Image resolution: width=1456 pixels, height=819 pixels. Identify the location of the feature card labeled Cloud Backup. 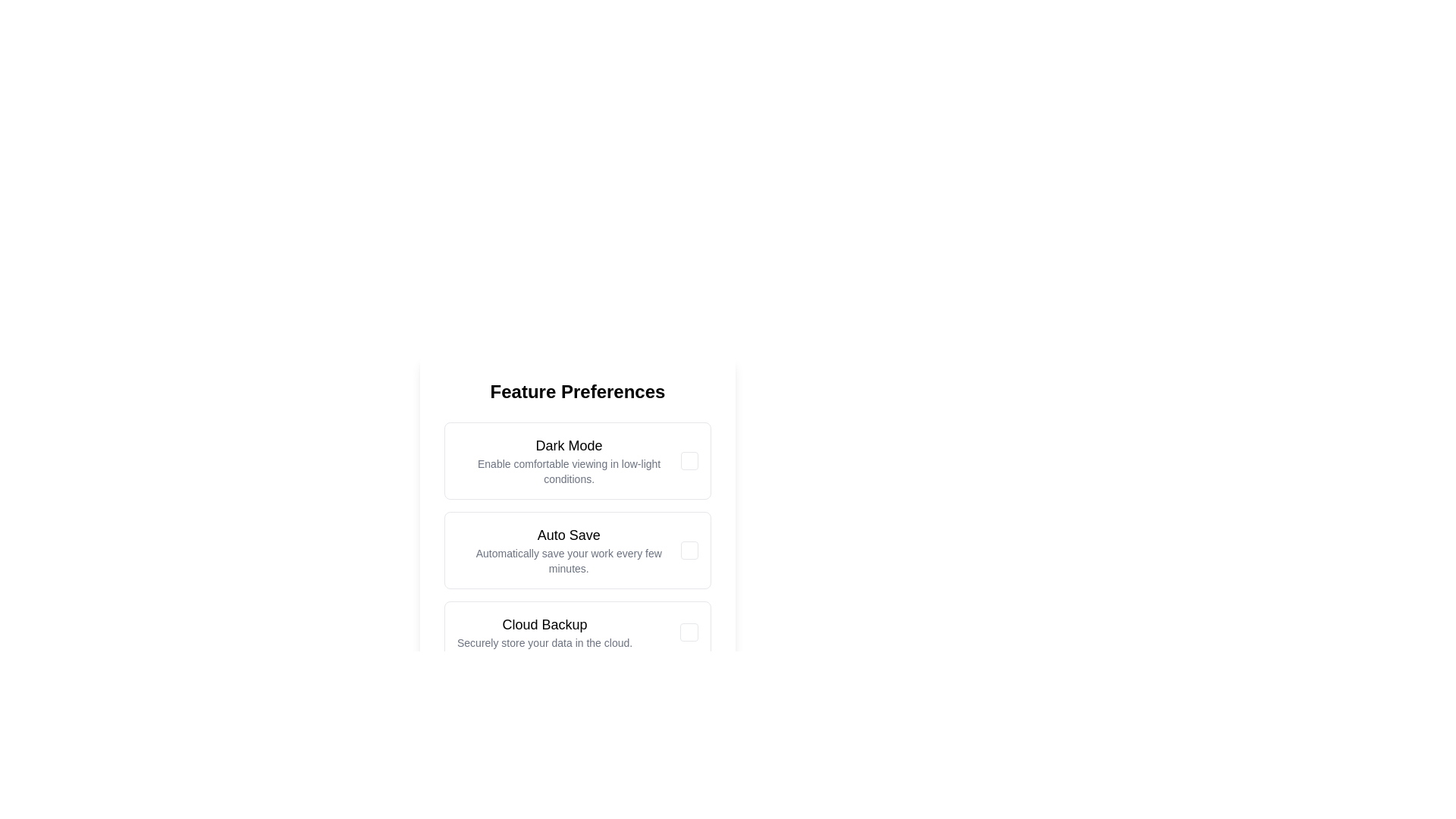
(544, 632).